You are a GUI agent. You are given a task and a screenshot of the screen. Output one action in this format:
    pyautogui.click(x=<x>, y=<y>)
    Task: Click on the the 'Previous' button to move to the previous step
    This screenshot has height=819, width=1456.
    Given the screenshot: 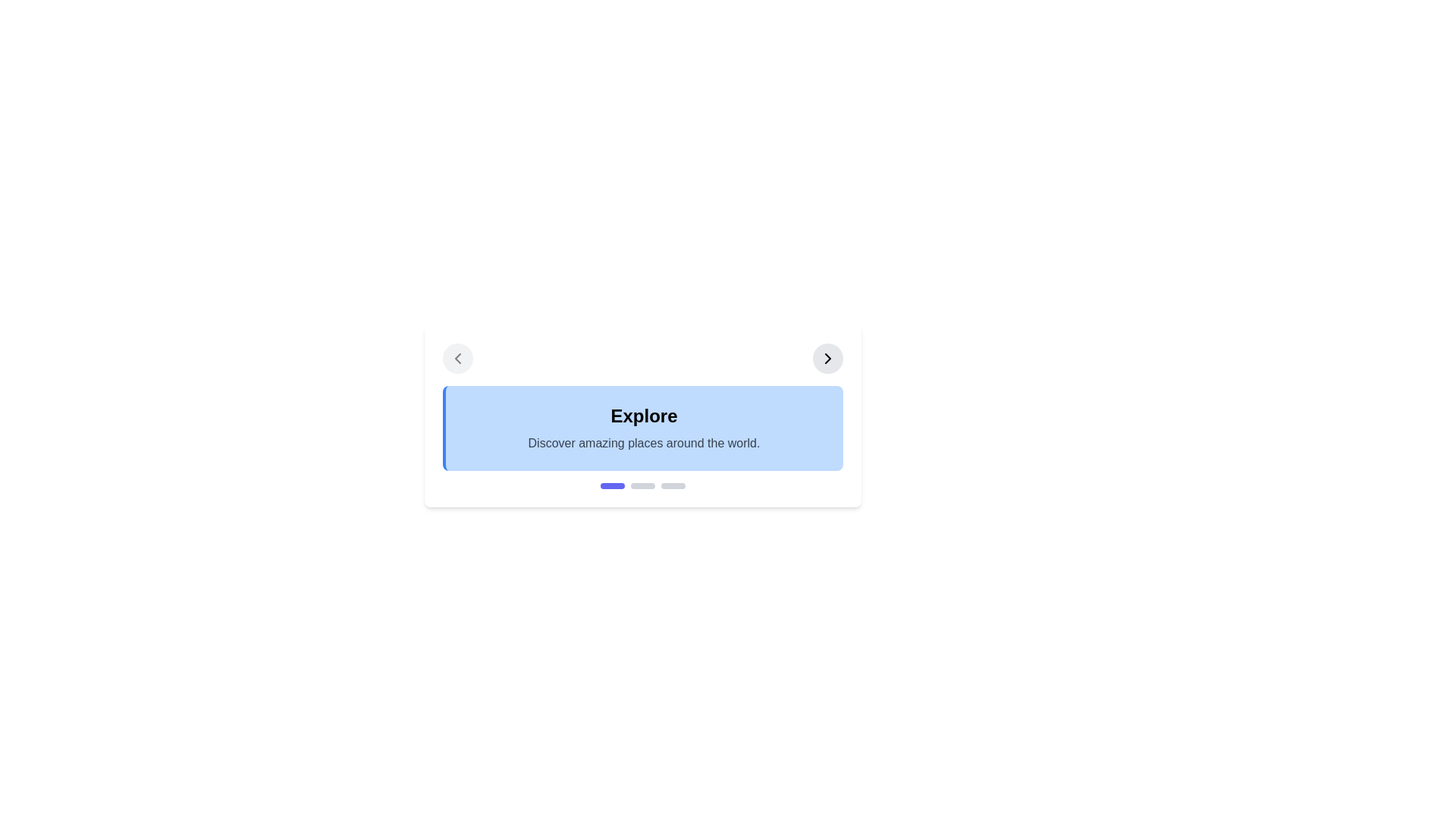 What is the action you would take?
    pyautogui.click(x=457, y=359)
    